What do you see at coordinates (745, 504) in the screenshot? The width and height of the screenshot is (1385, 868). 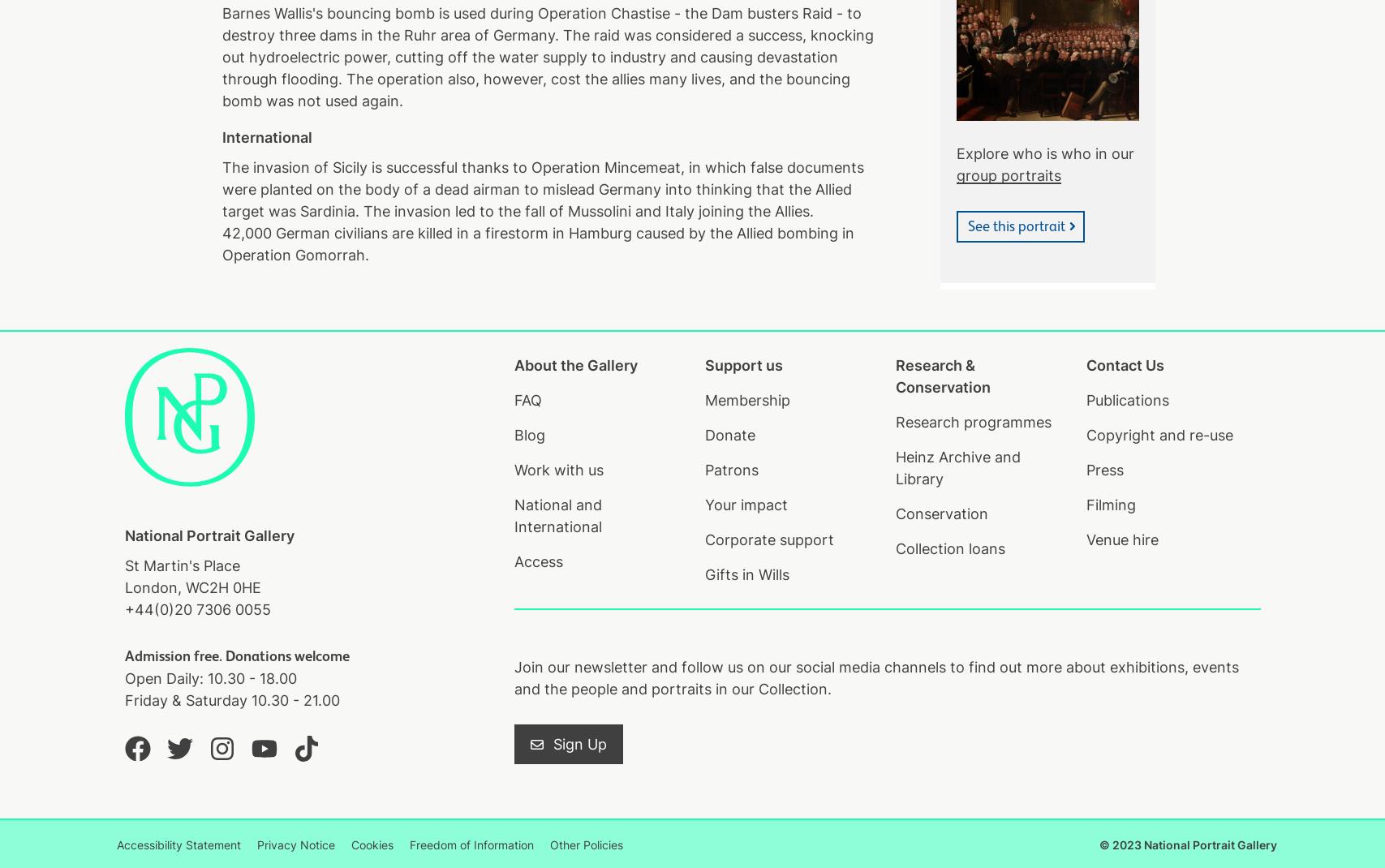 I see `'Your impact'` at bounding box center [745, 504].